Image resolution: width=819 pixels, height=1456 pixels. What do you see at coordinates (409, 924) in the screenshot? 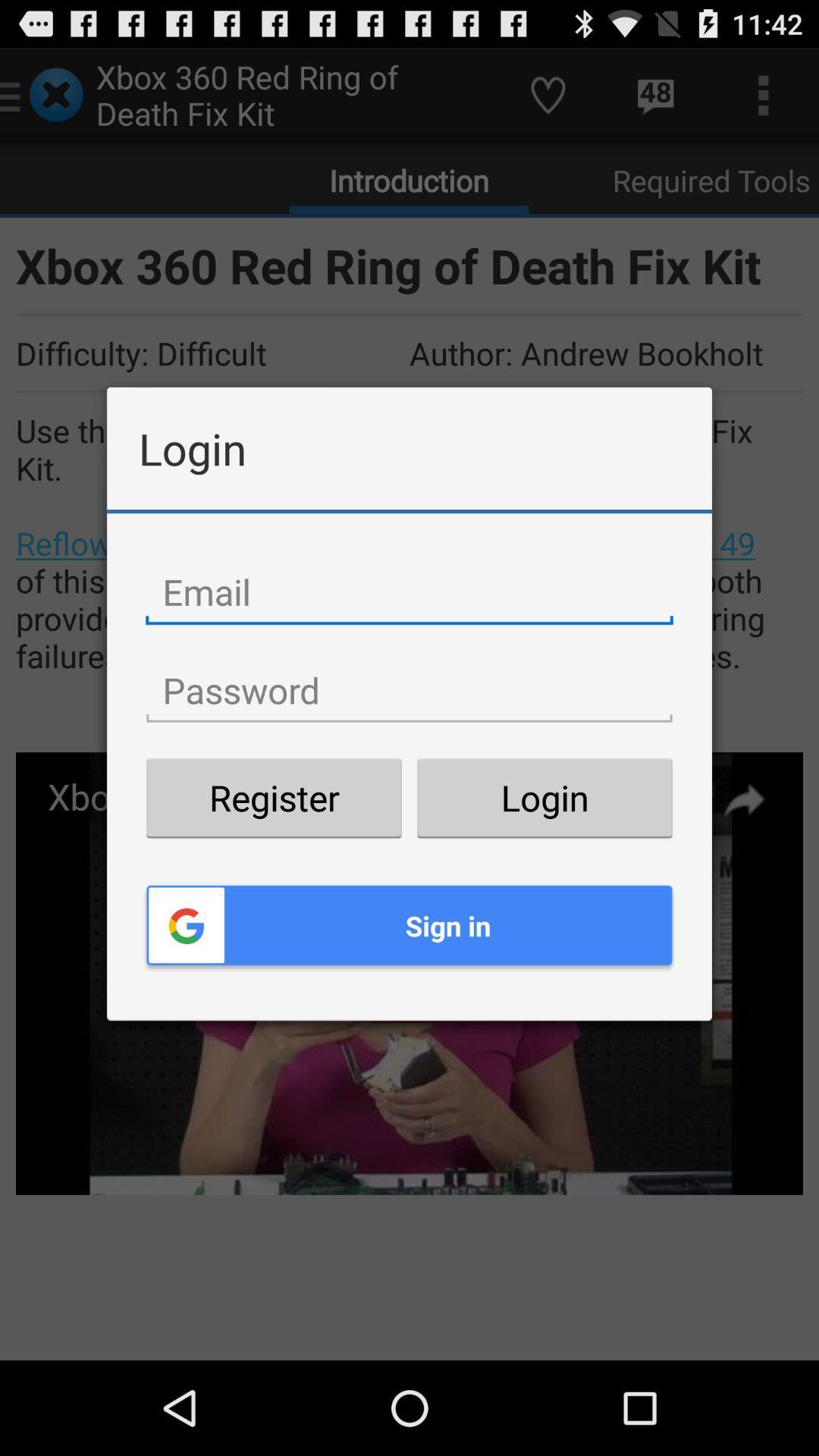
I see `the sign in item` at bounding box center [409, 924].